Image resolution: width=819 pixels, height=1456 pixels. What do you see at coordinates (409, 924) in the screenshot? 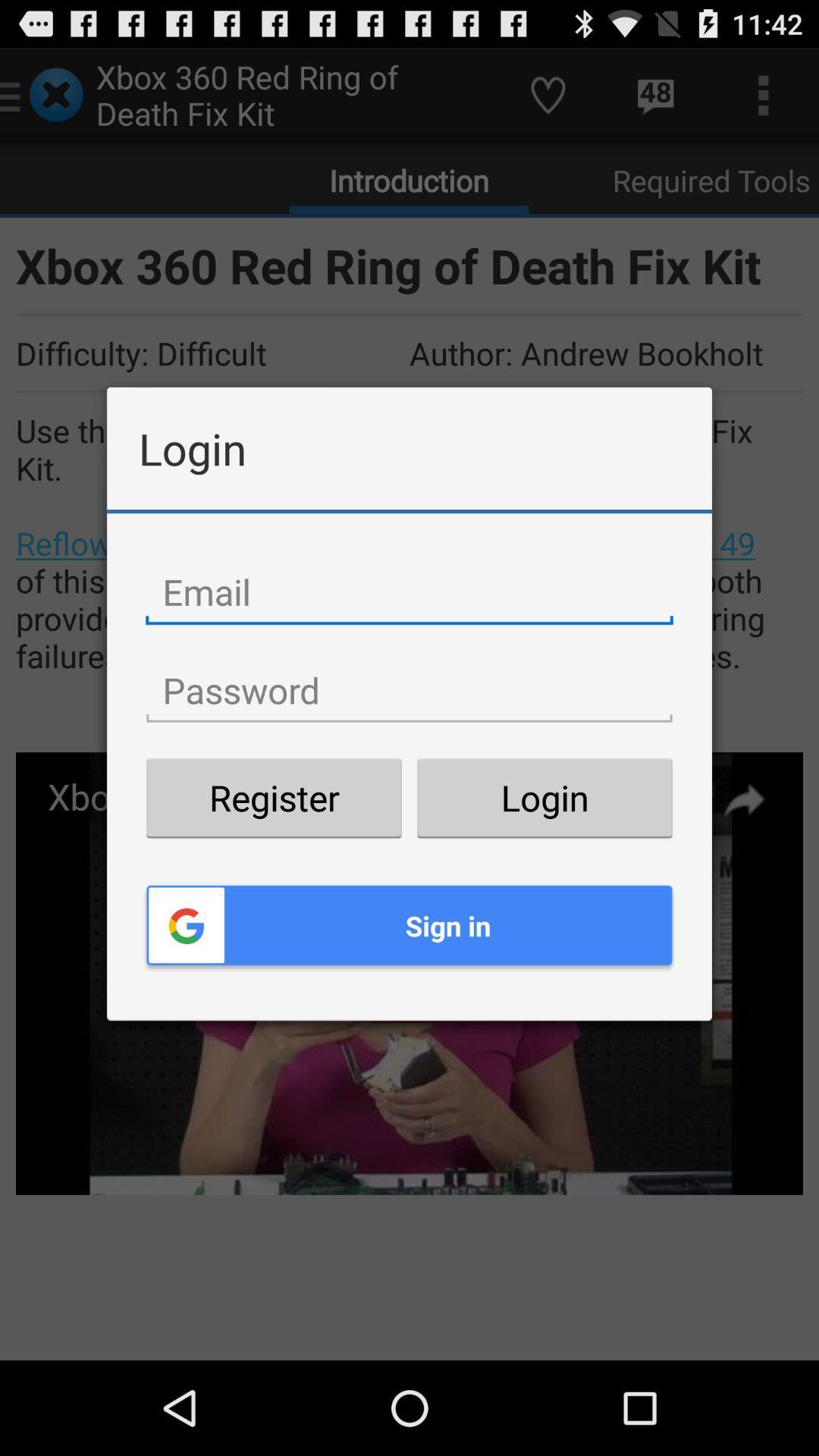
I see `the sign in item` at bounding box center [409, 924].